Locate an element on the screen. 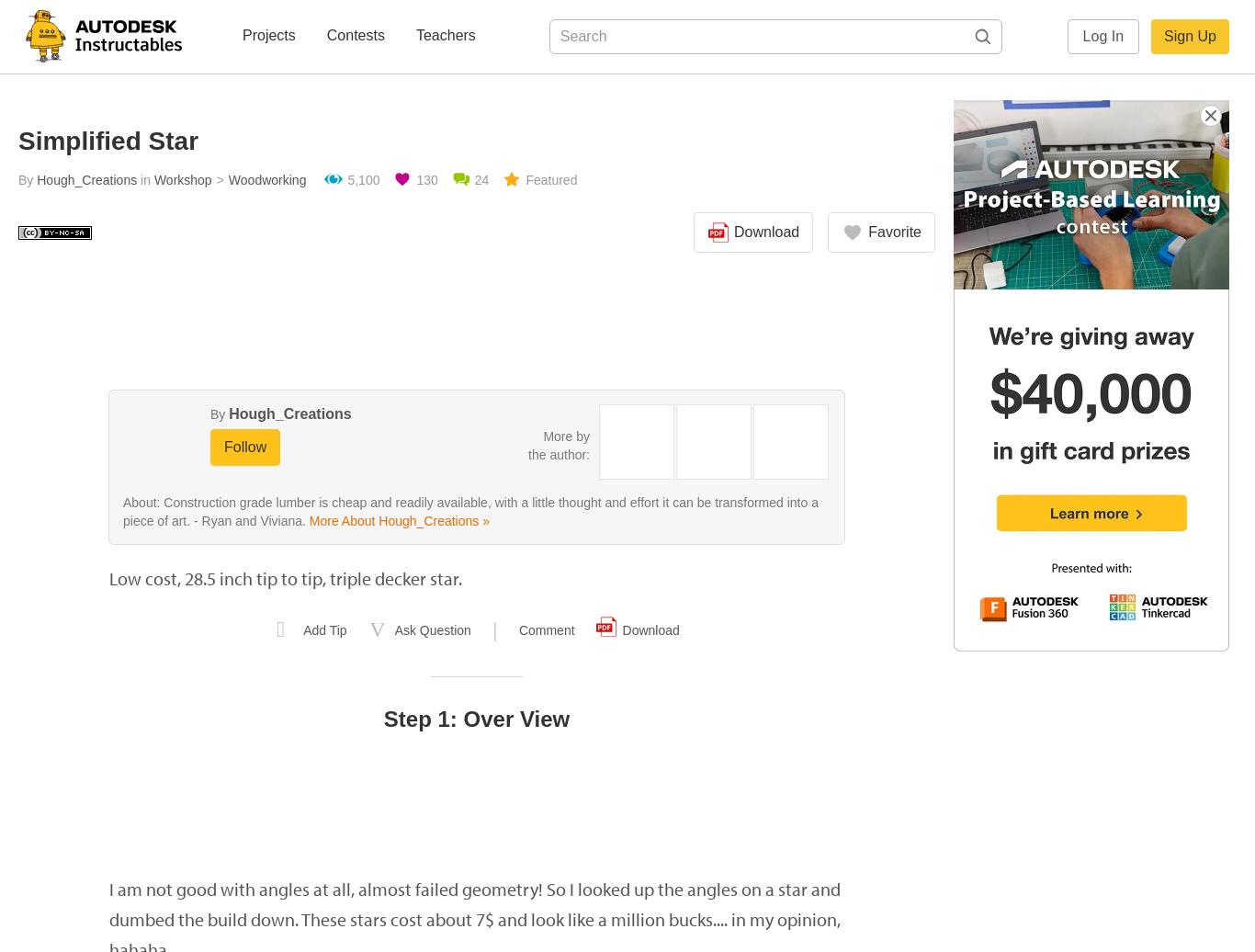  'Ask Question' is located at coordinates (393, 630).